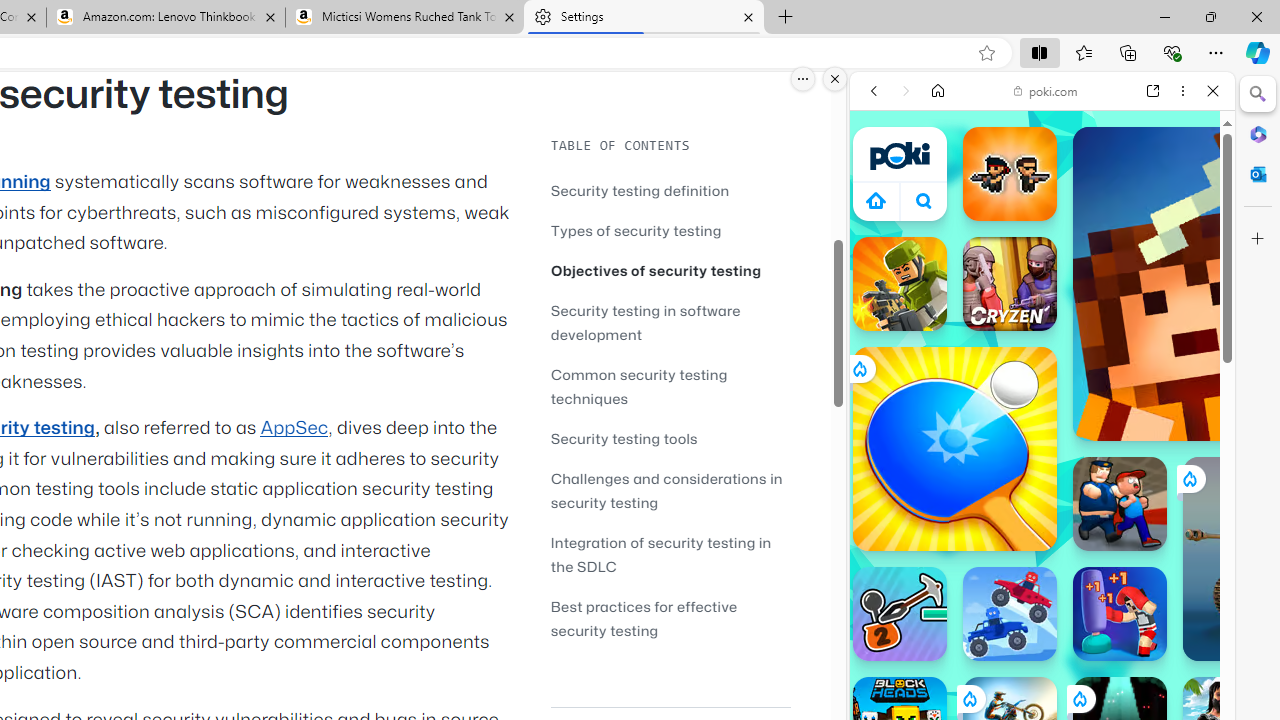 Image resolution: width=1280 pixels, height=720 pixels. What do you see at coordinates (670, 229) in the screenshot?
I see `'Types of security testing'` at bounding box center [670, 229].